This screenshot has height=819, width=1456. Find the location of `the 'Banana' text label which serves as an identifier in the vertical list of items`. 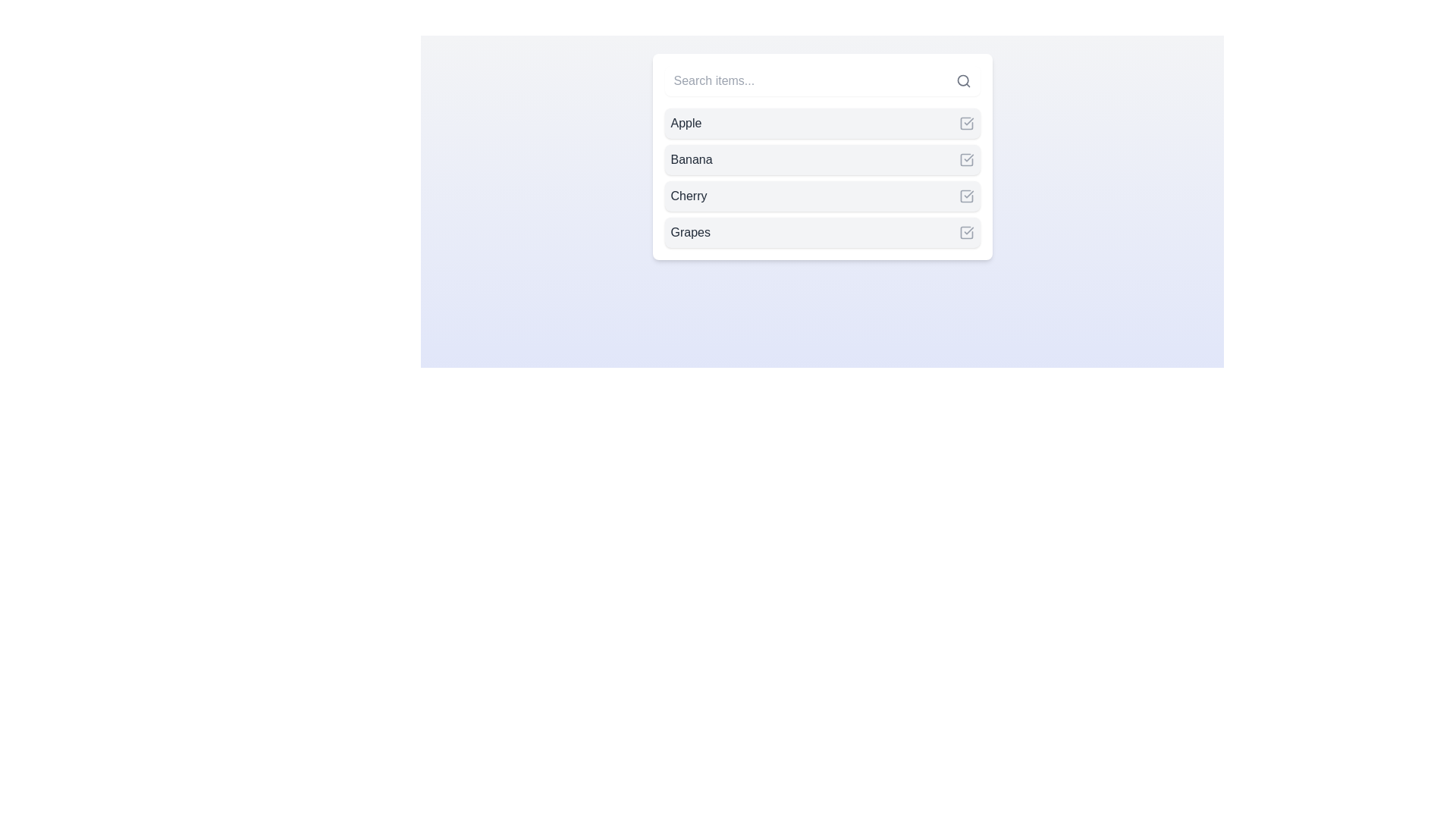

the 'Banana' text label which serves as an identifier in the vertical list of items is located at coordinates (691, 160).